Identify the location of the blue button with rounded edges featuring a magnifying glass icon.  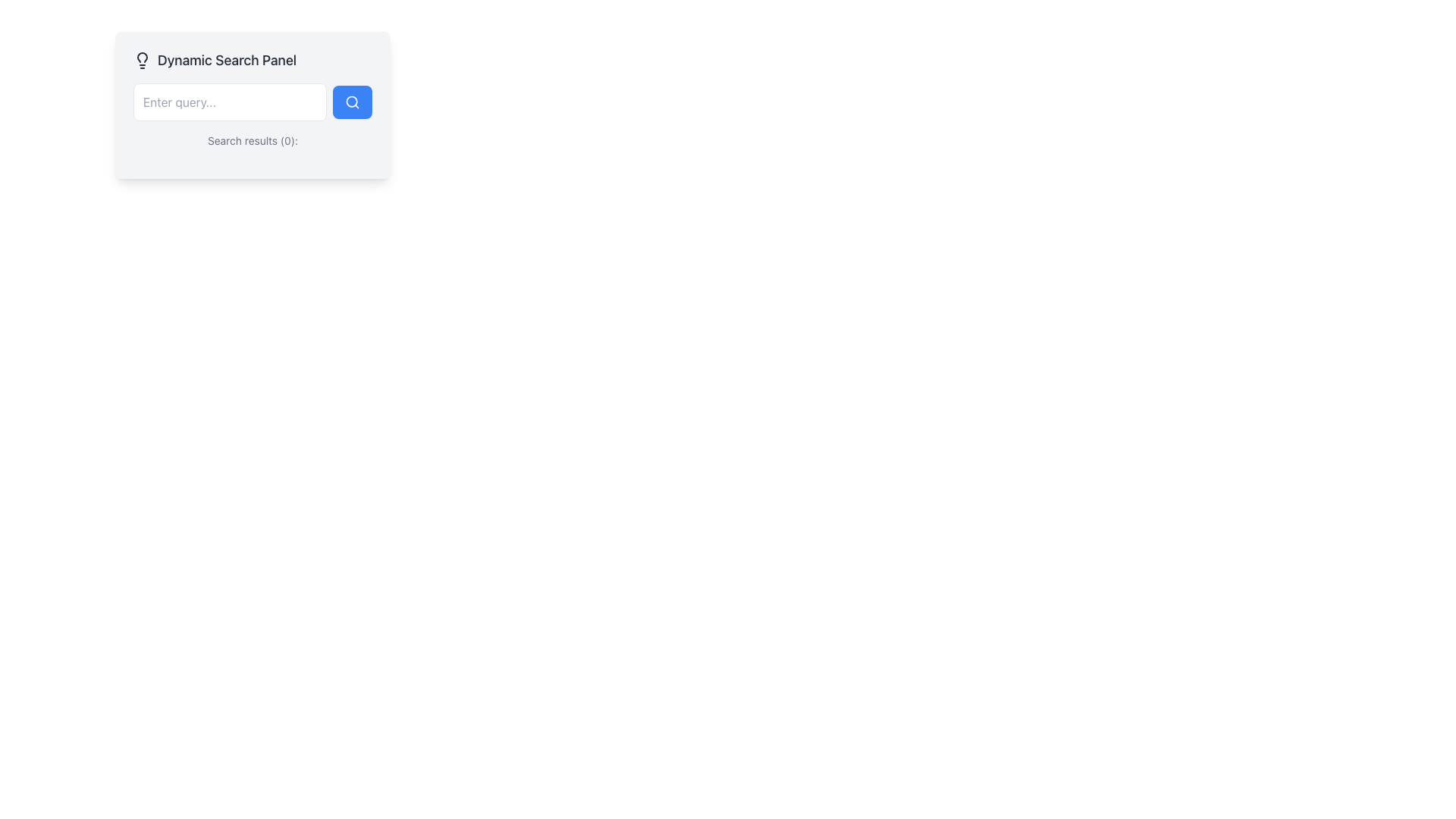
(352, 102).